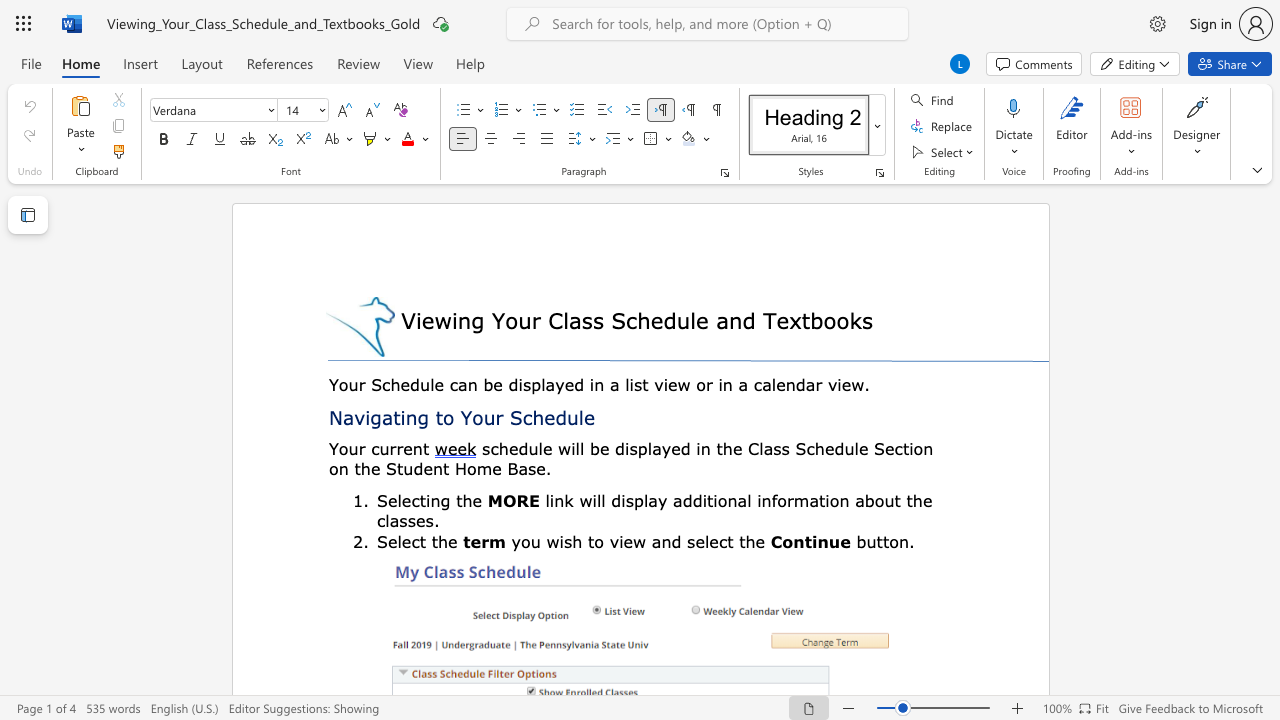 Image resolution: width=1280 pixels, height=720 pixels. Describe the element at coordinates (593, 499) in the screenshot. I see `the 2th character "i" in the text` at that location.